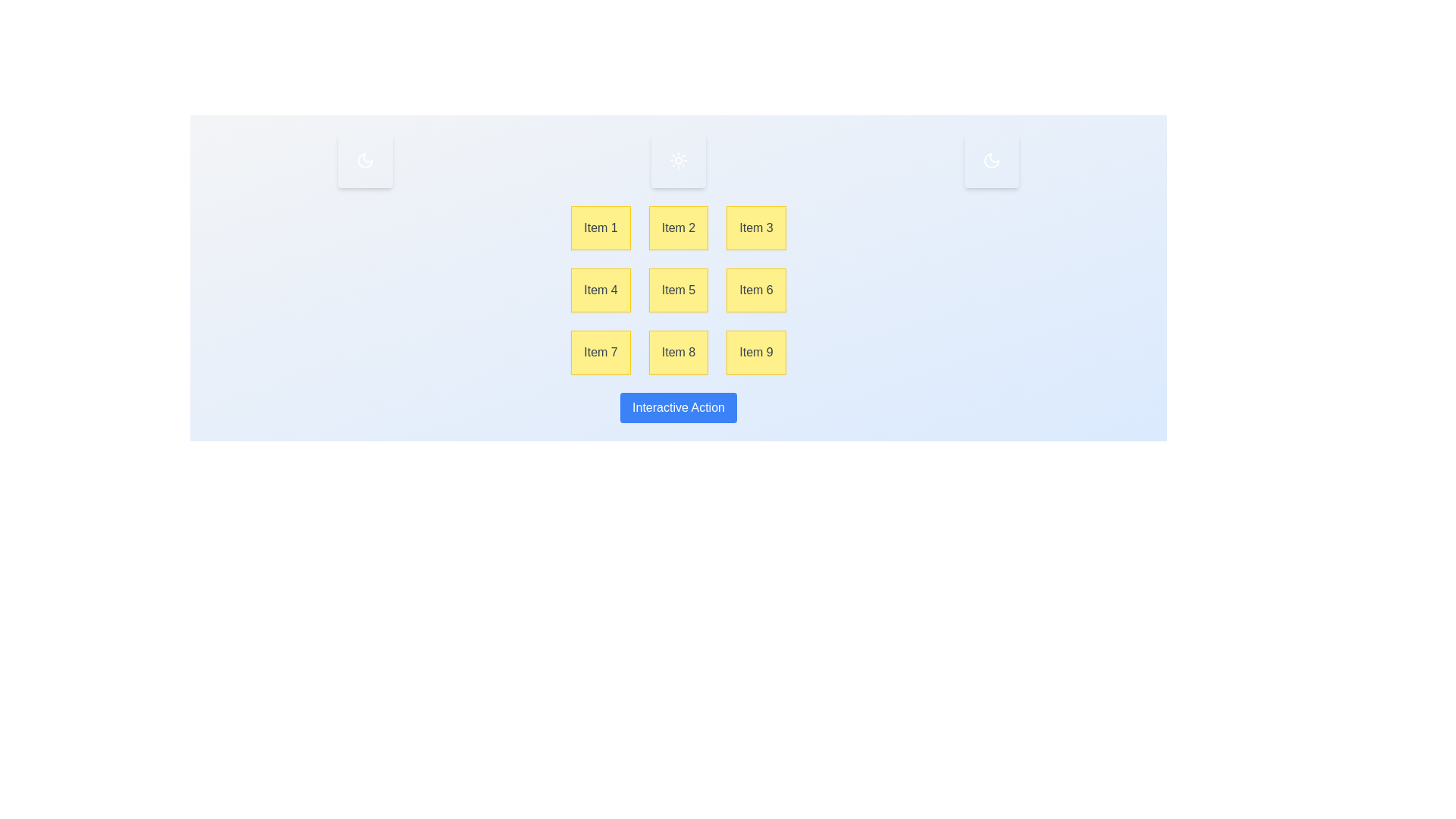 This screenshot has height=819, width=1456. Describe the element at coordinates (677, 227) in the screenshot. I see `the static Text Label that identifies the second item in a sequence, labeled 'Item 2', located in the top-middle cell of a grid within a yellow rectangular box` at that location.